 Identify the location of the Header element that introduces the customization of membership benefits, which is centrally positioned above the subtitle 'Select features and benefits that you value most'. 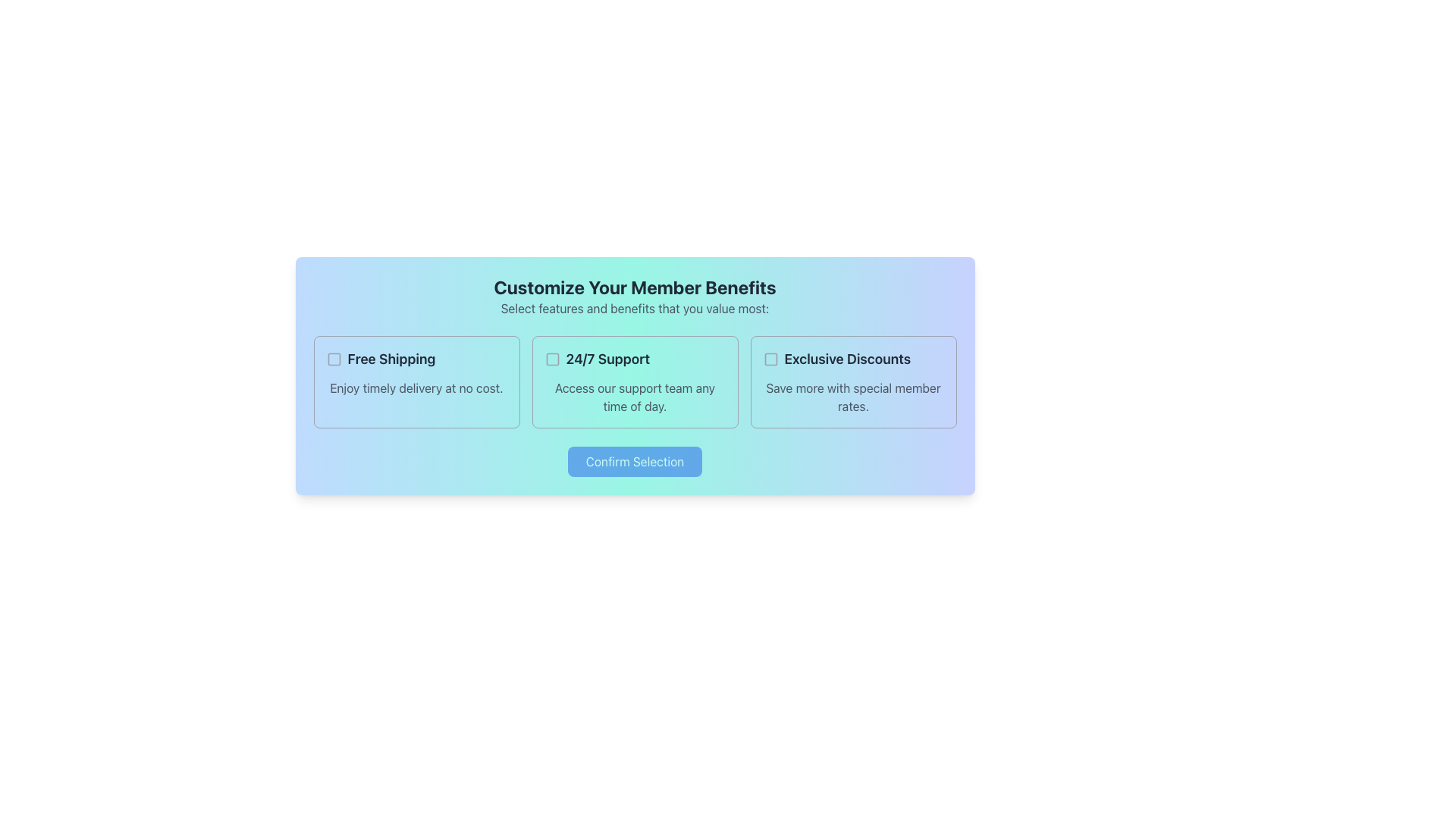
(635, 287).